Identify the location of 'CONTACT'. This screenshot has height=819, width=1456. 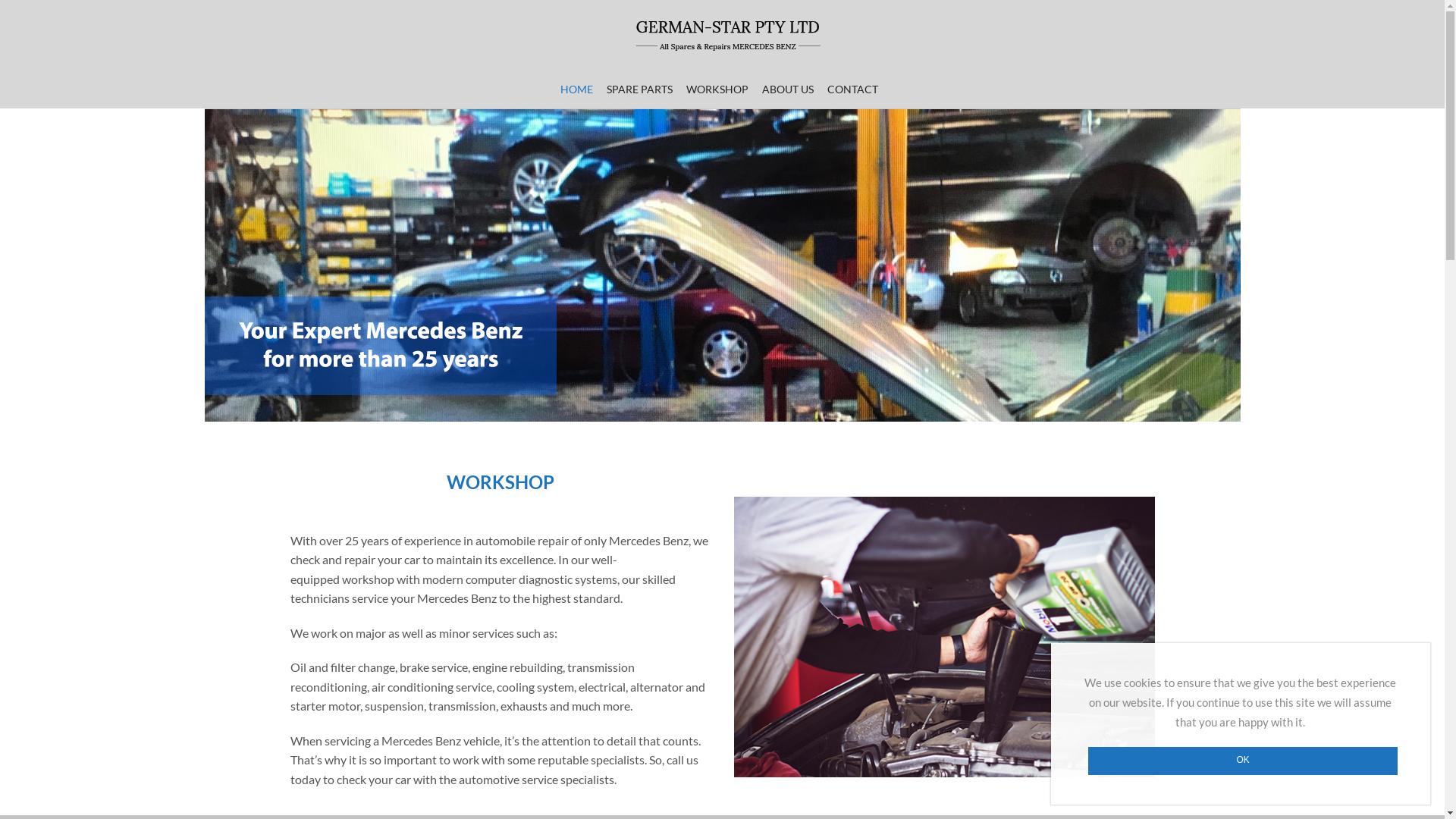
(852, 89).